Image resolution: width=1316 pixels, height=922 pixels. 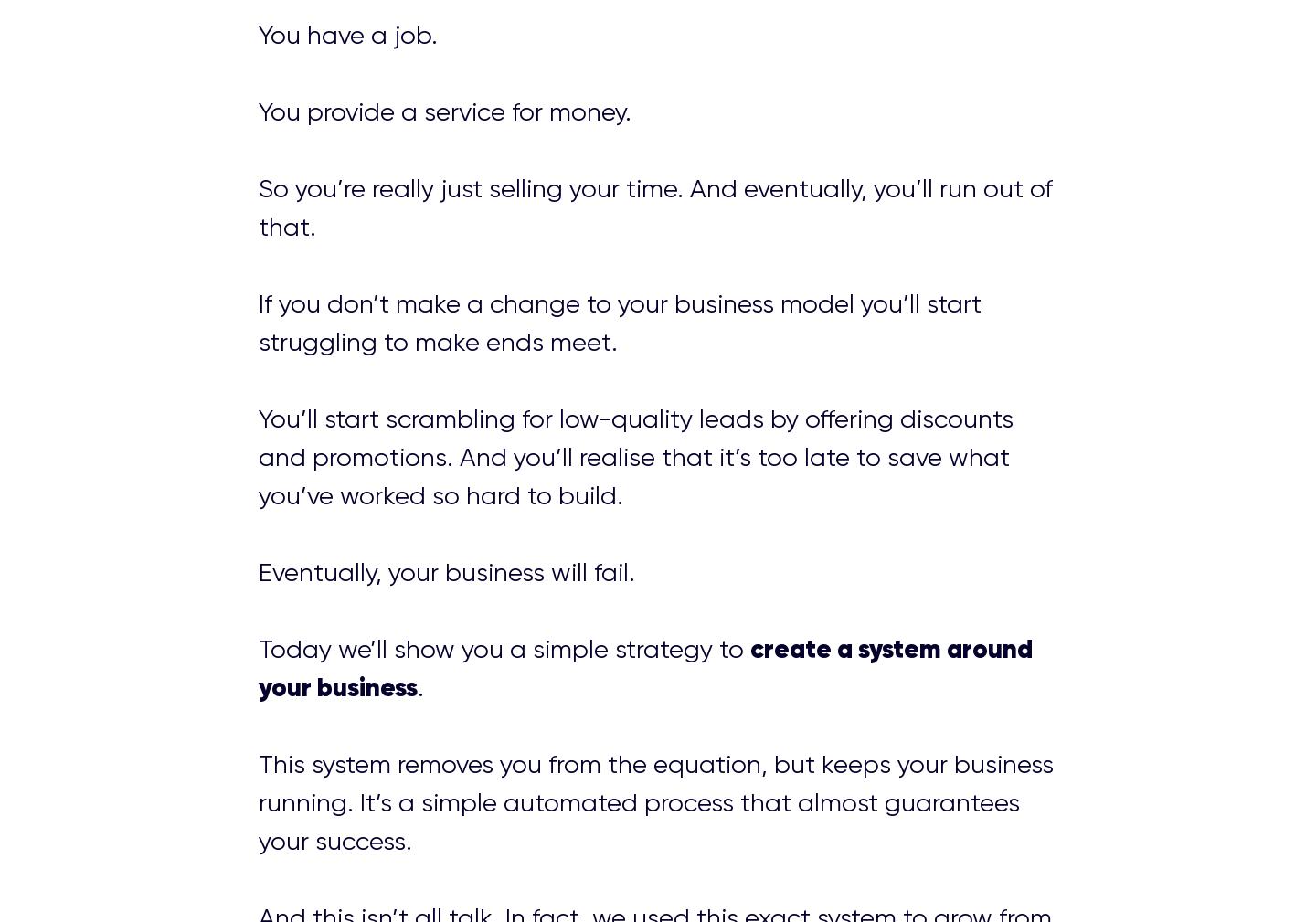 What do you see at coordinates (634, 456) in the screenshot?
I see `'You’ll start scrambling for low-quality leads by offering discounts and promotions. And you’ll realise that it’s too late to save what you’ve worked so hard to build.'` at bounding box center [634, 456].